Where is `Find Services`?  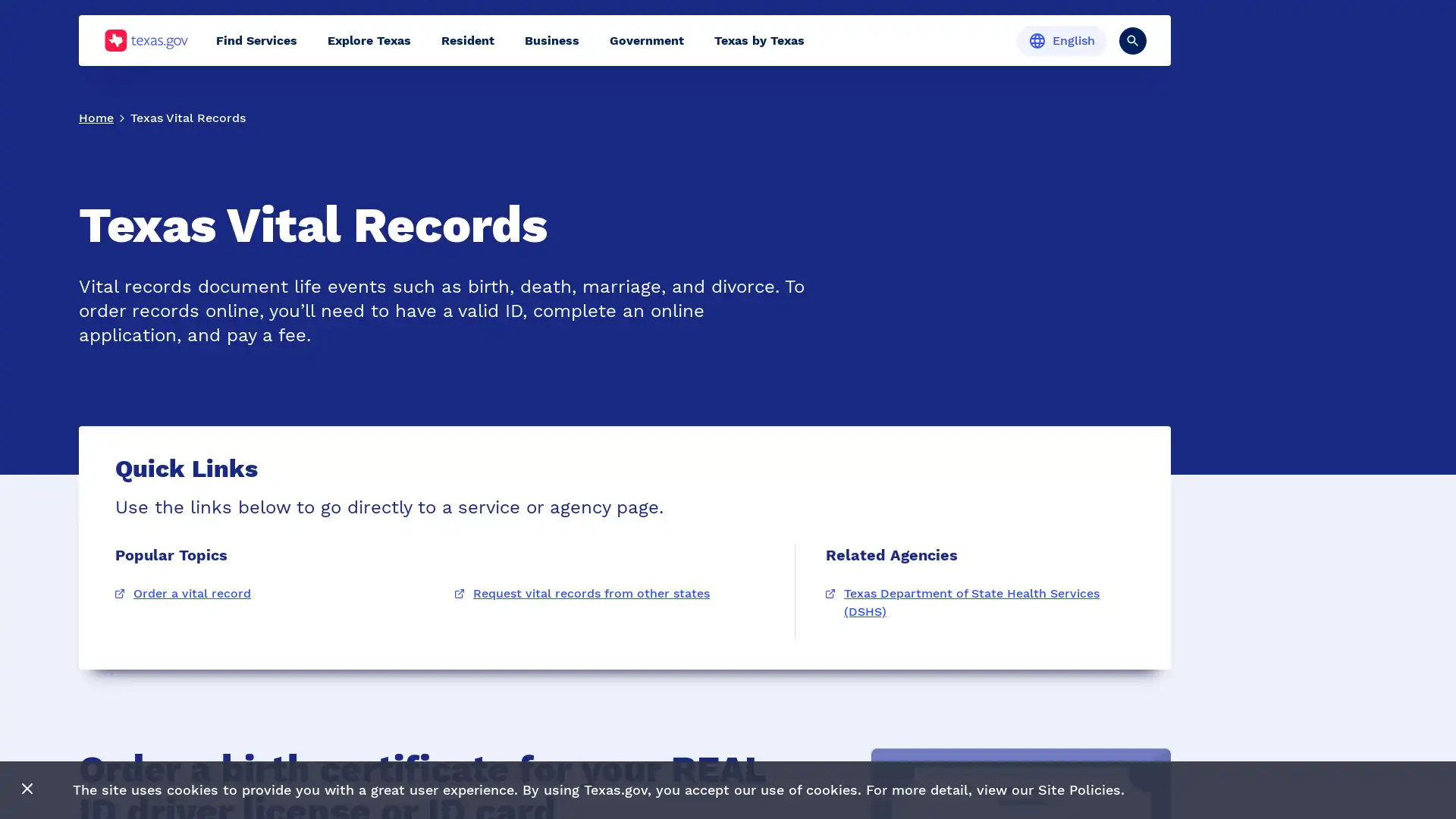
Find Services is located at coordinates (256, 39).